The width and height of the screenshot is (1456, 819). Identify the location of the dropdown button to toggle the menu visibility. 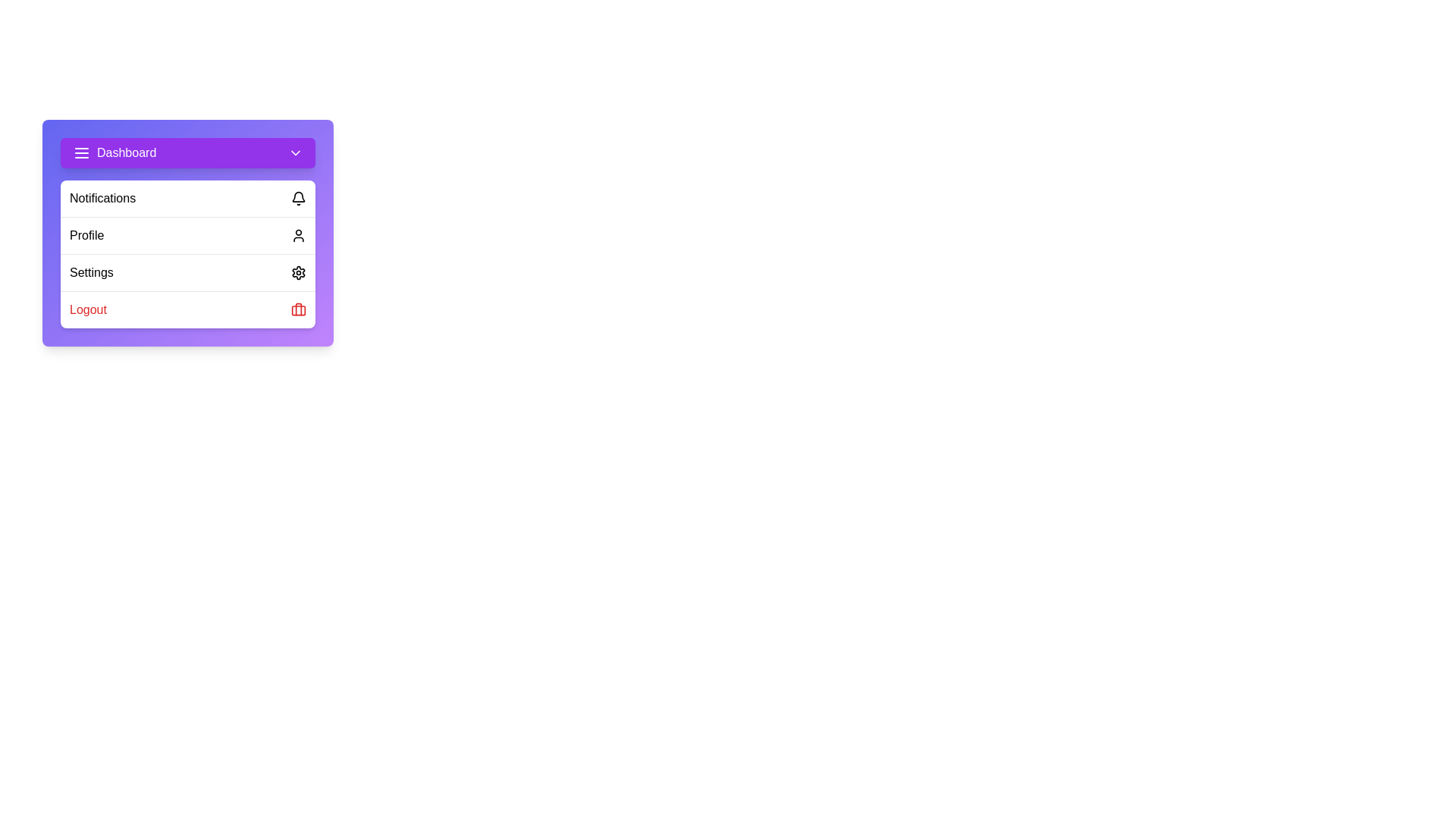
(295, 152).